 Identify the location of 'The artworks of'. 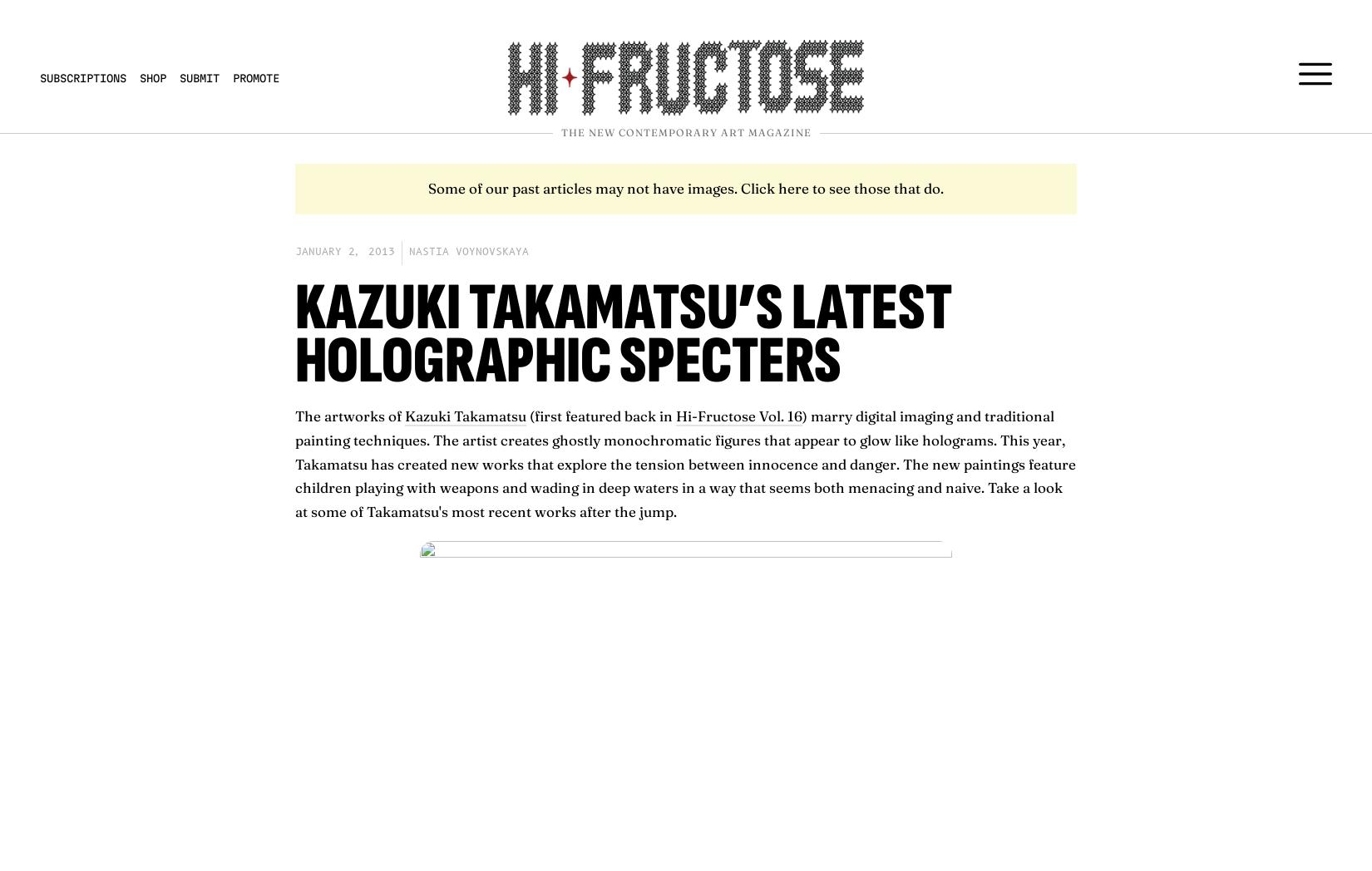
(349, 415).